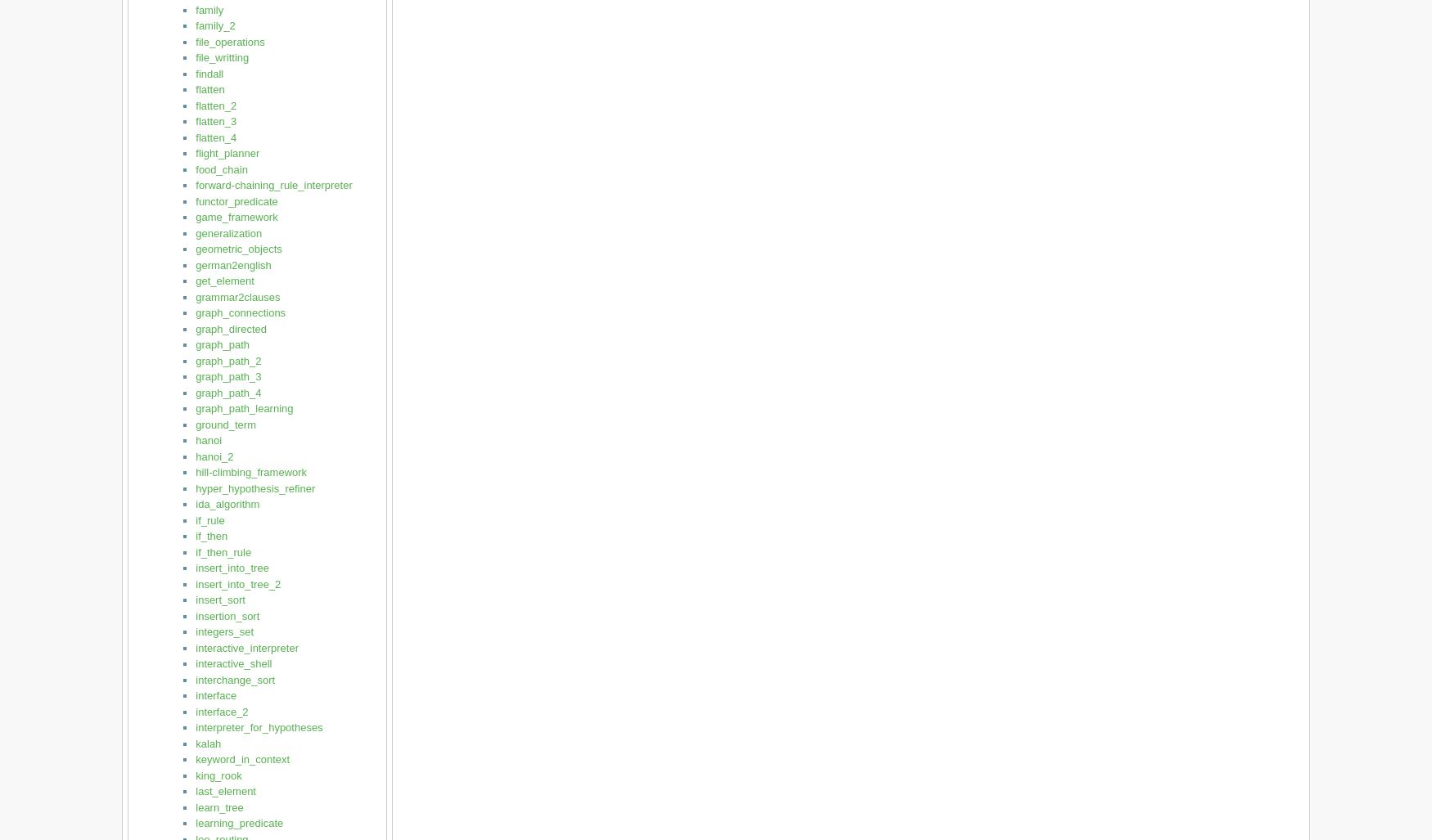 This screenshot has height=840, width=1432. I want to click on 'keyword_in_context', so click(196, 759).